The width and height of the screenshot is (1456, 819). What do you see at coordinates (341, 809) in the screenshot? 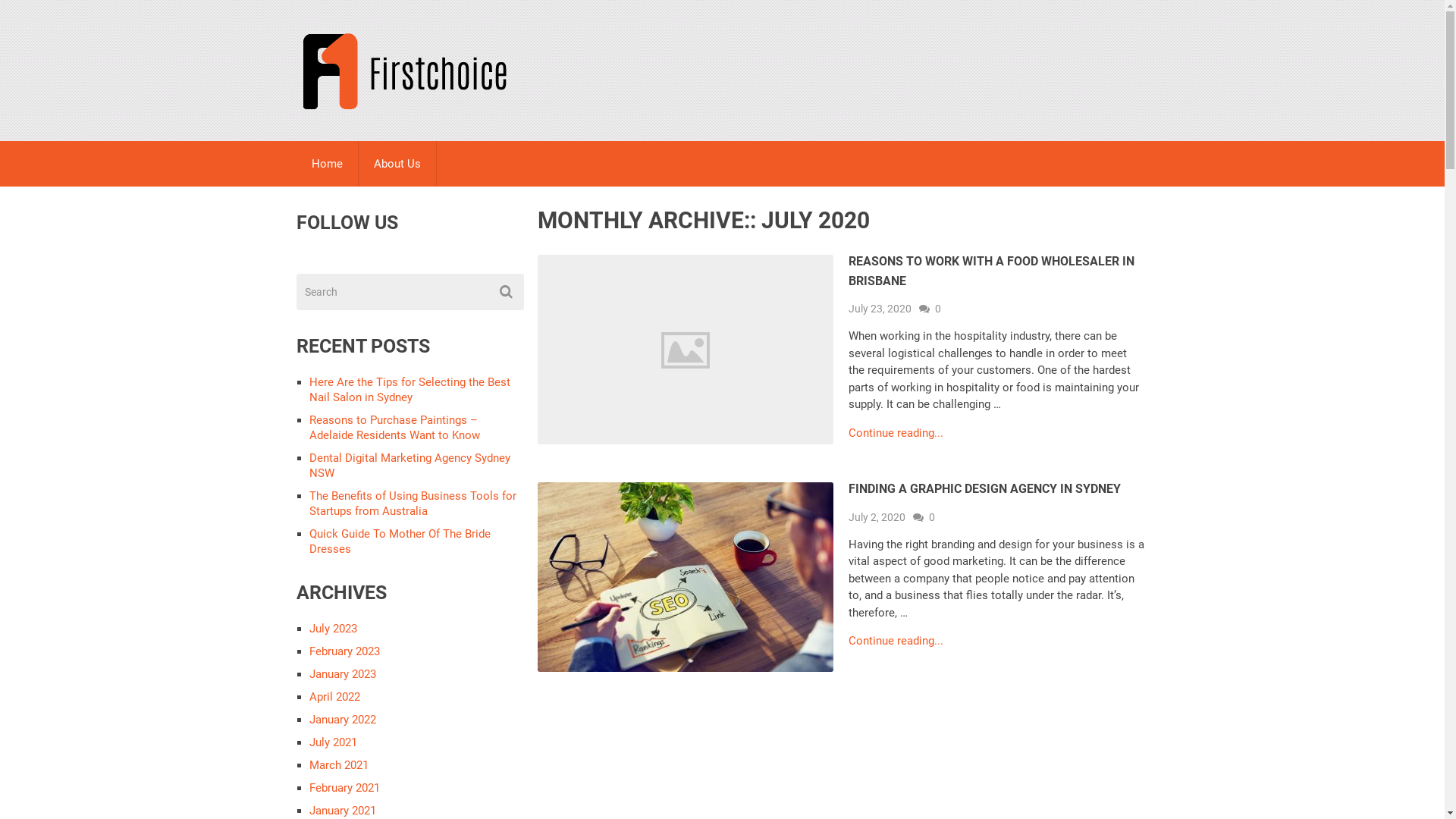
I see `'January 2021'` at bounding box center [341, 809].